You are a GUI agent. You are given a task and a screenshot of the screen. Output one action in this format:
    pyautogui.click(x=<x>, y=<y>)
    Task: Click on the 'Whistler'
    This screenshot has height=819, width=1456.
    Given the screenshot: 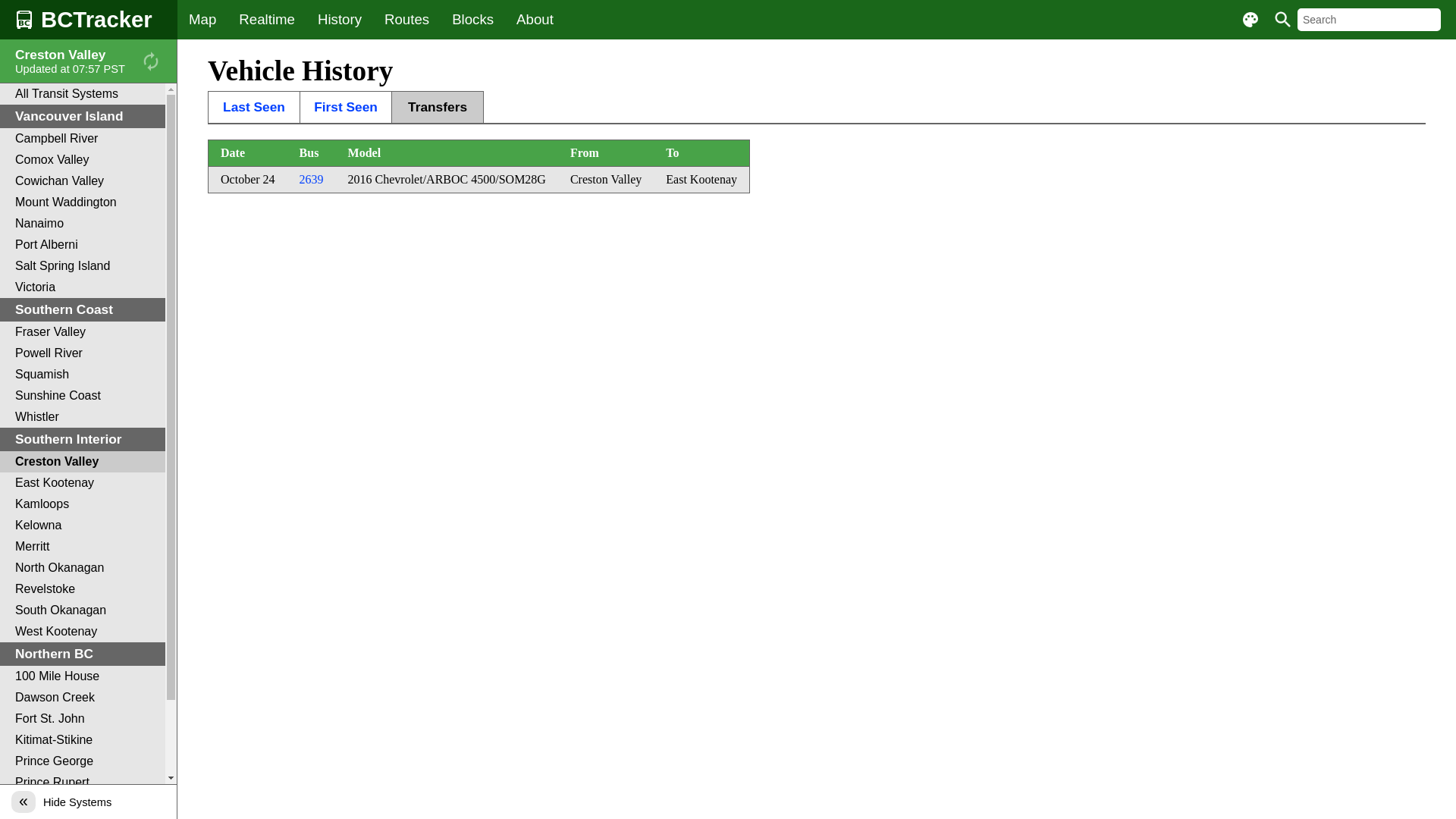 What is the action you would take?
    pyautogui.click(x=82, y=417)
    